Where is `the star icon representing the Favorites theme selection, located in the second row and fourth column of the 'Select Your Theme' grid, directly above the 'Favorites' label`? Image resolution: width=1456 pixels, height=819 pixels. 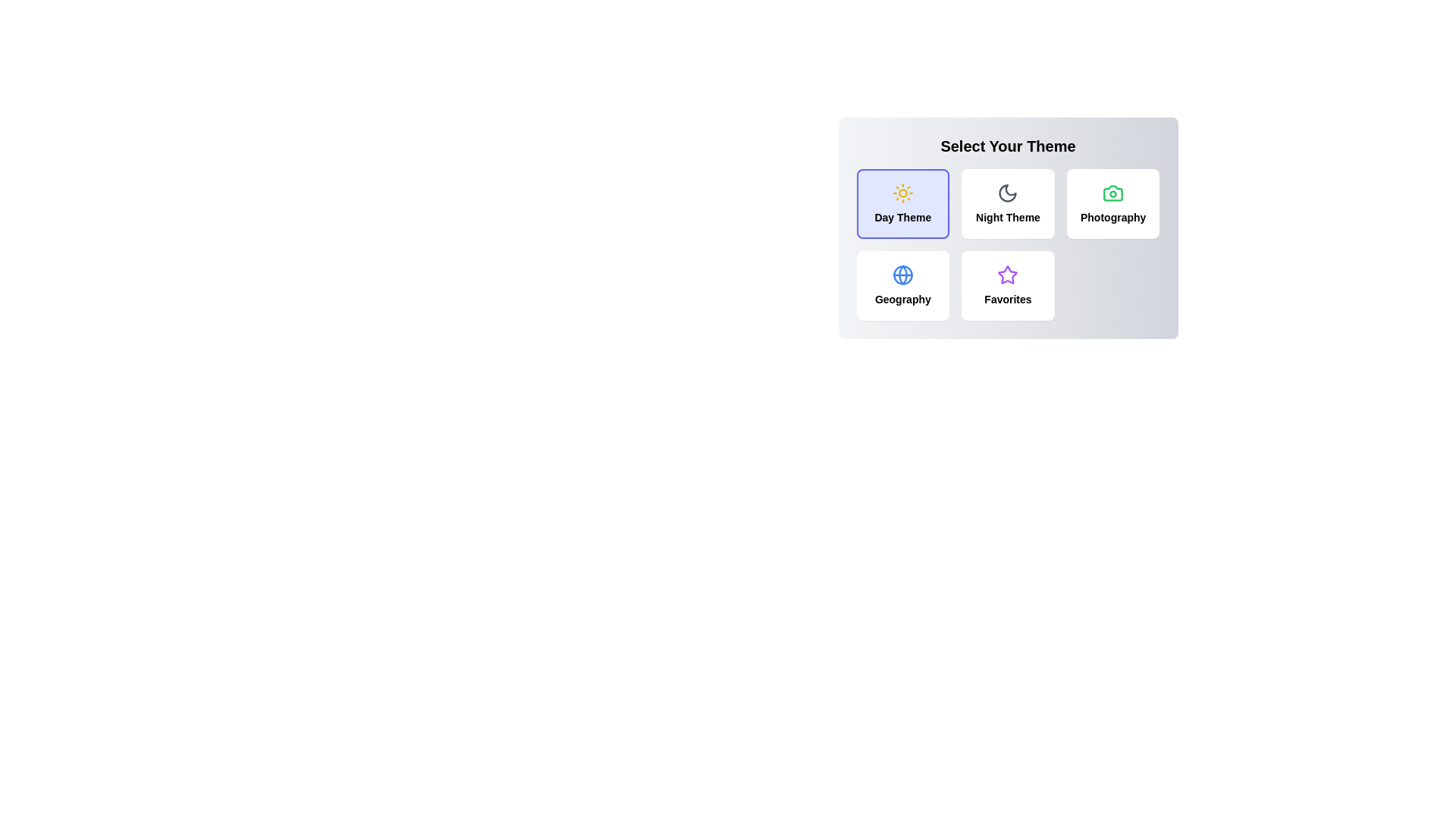
the star icon representing the Favorites theme selection, located in the second row and fourth column of the 'Select Your Theme' grid, directly above the 'Favorites' label is located at coordinates (1008, 275).